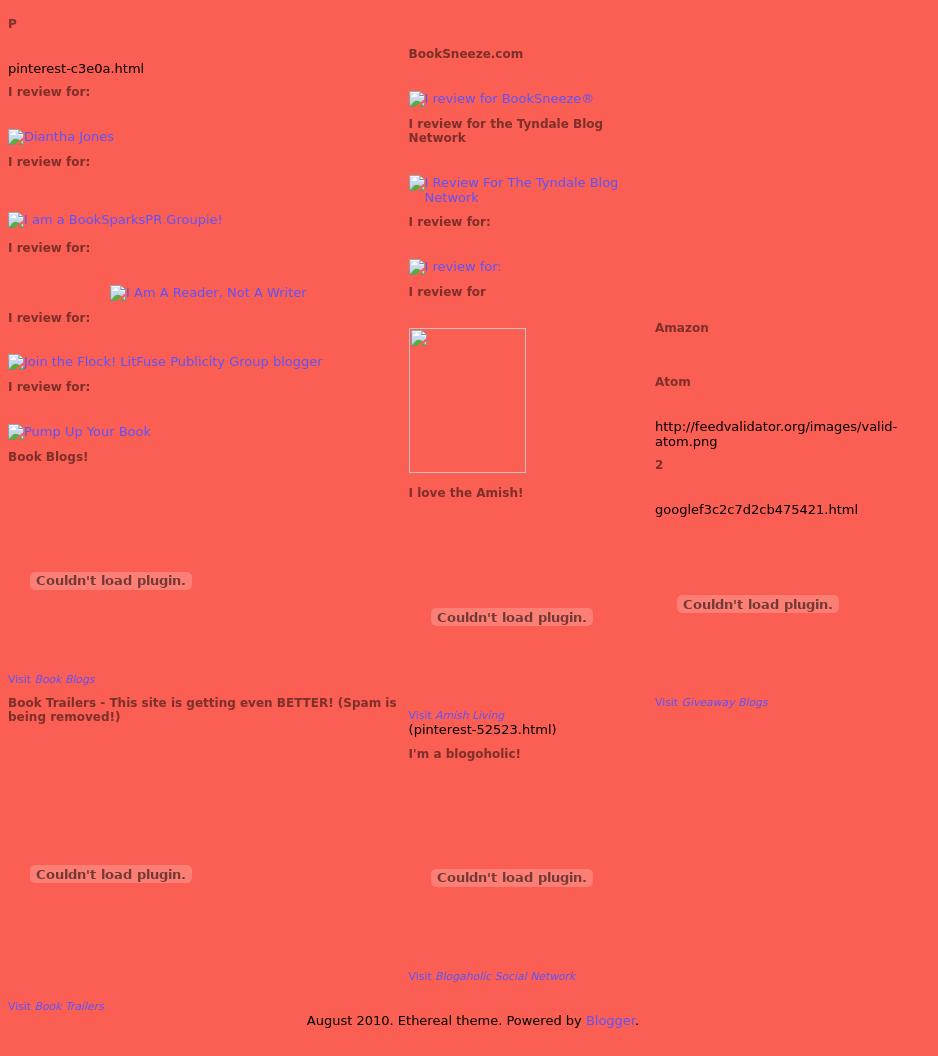 The width and height of the screenshot is (938, 1056). I want to click on 'http://feedvalidator.org/images/valid-atom.png', so click(775, 432).